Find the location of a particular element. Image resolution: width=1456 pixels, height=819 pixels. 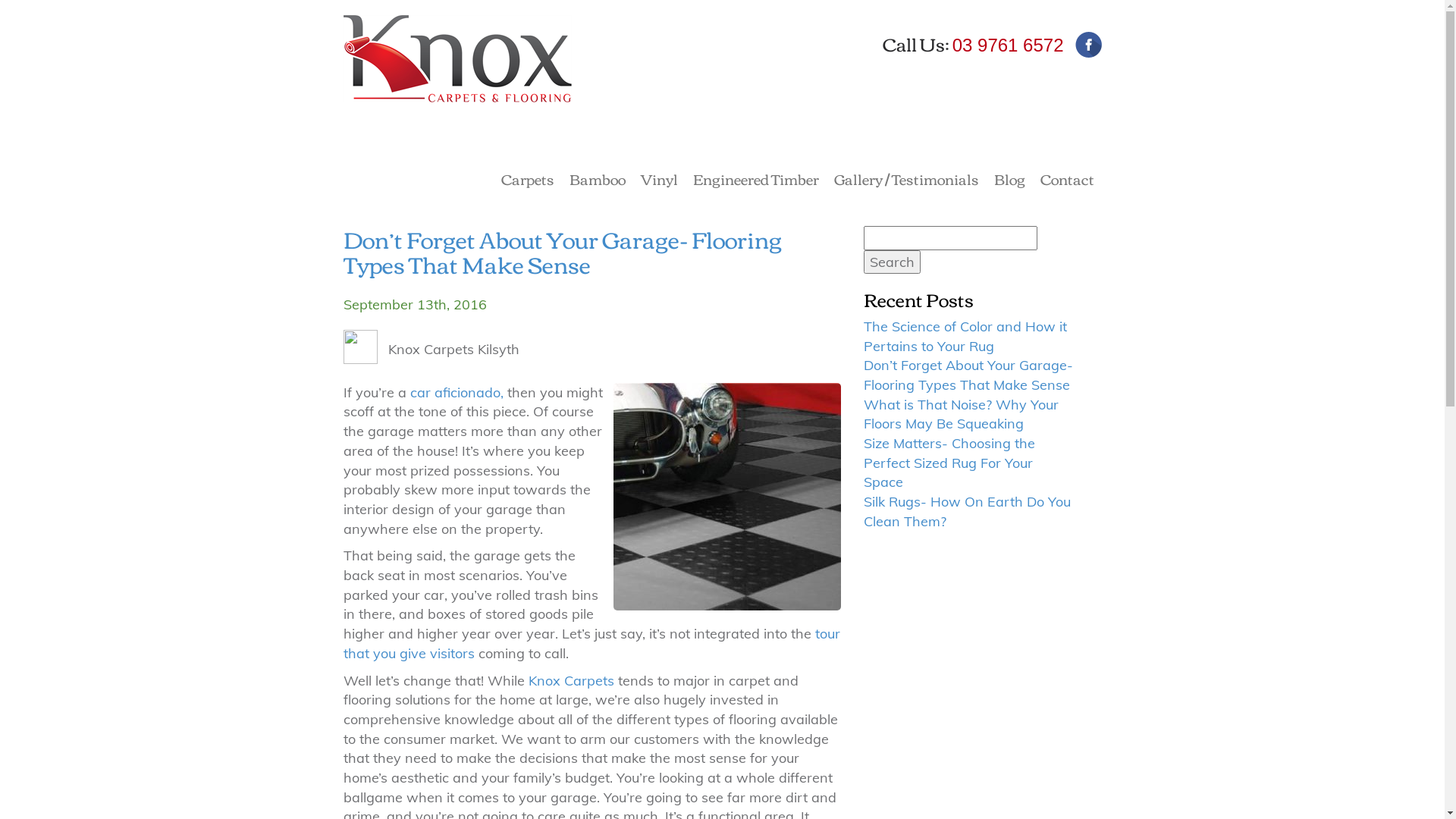

'Bamboo' is located at coordinates (596, 180).